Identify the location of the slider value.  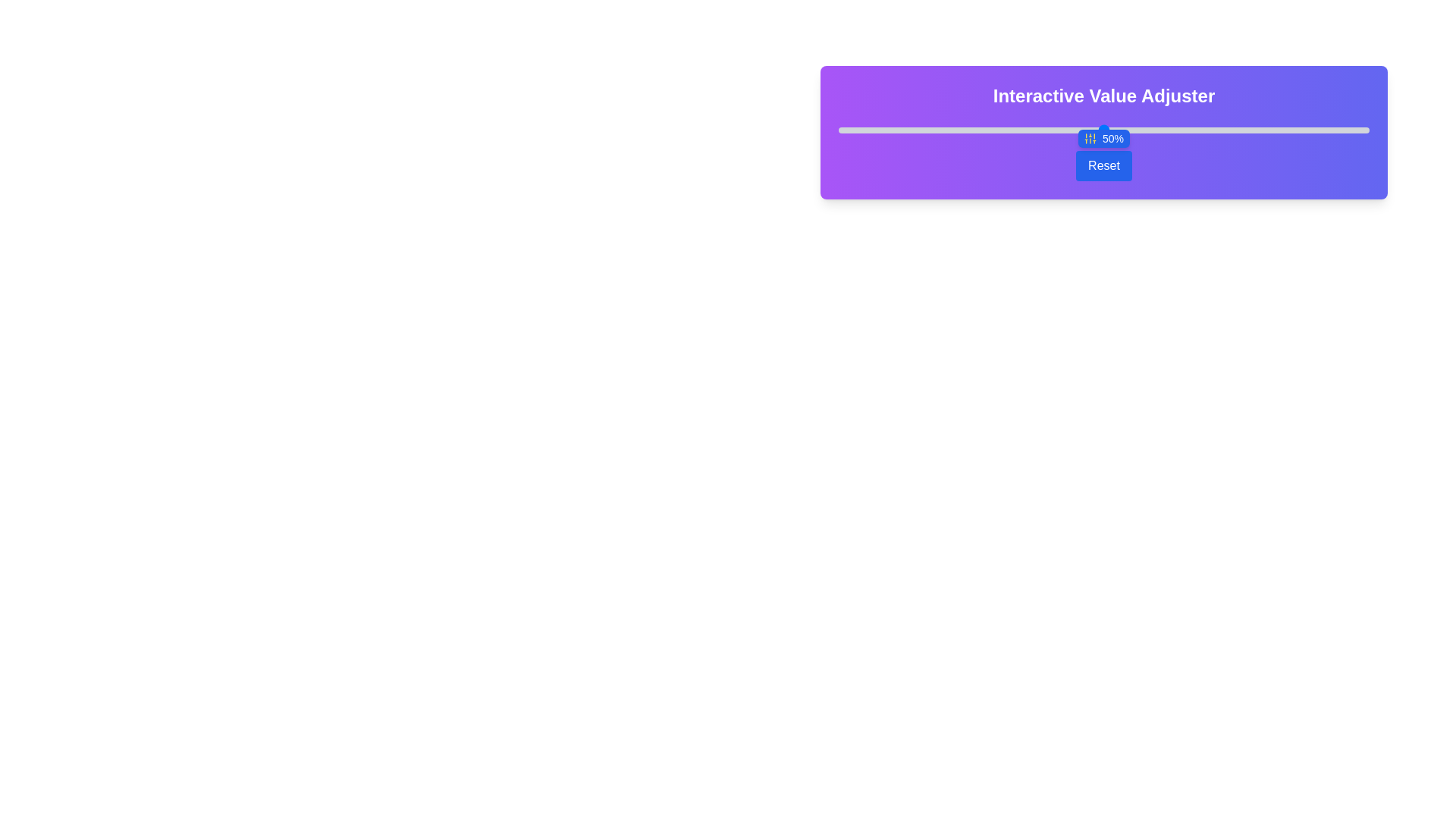
(907, 130).